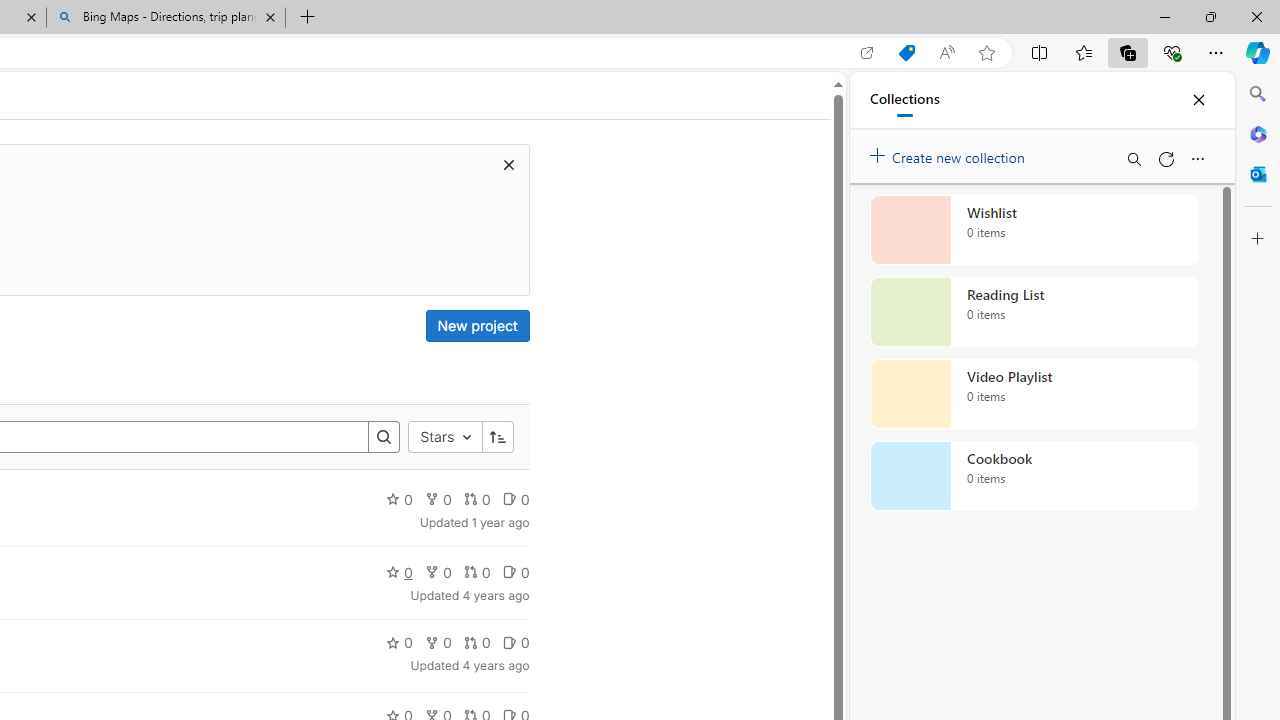  Describe the element at coordinates (905, 52) in the screenshot. I see `'Shopping in Microsoft Edge'` at that location.